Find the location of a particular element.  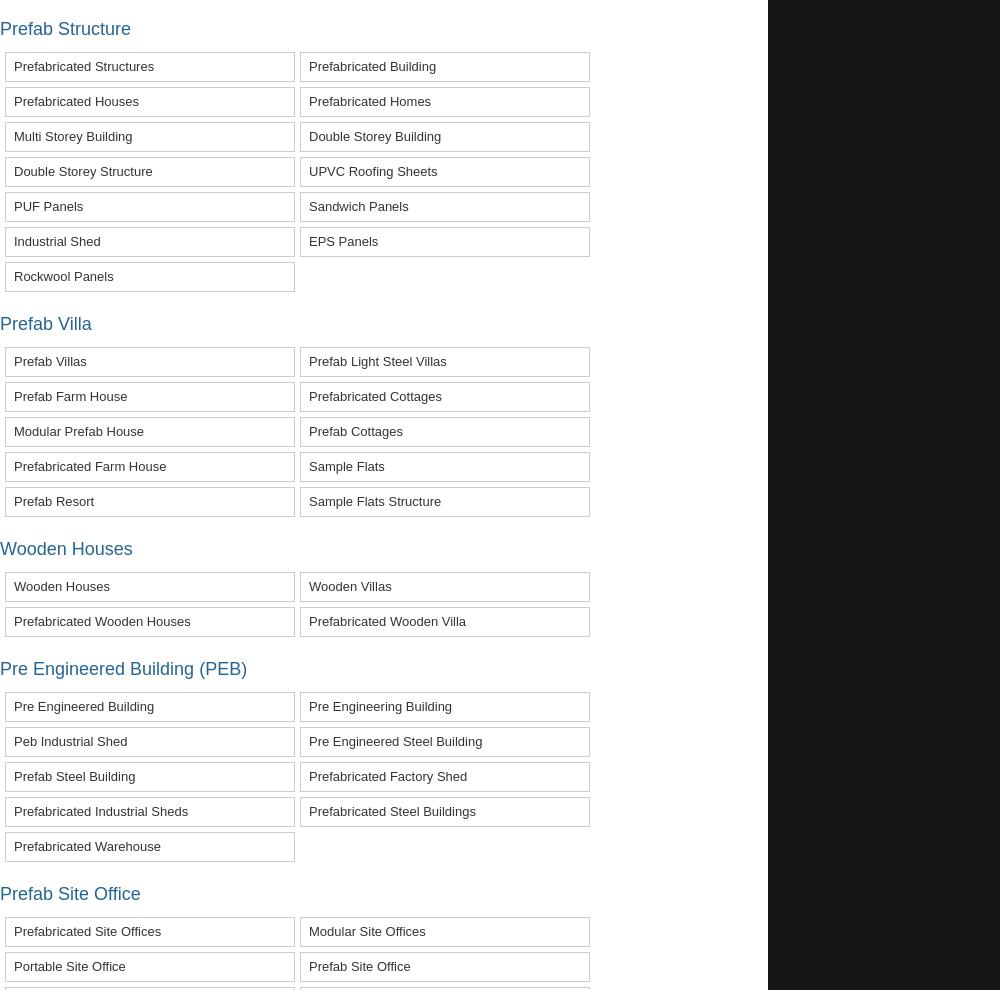

'prefabricated industrial sheds' is located at coordinates (14, 809).